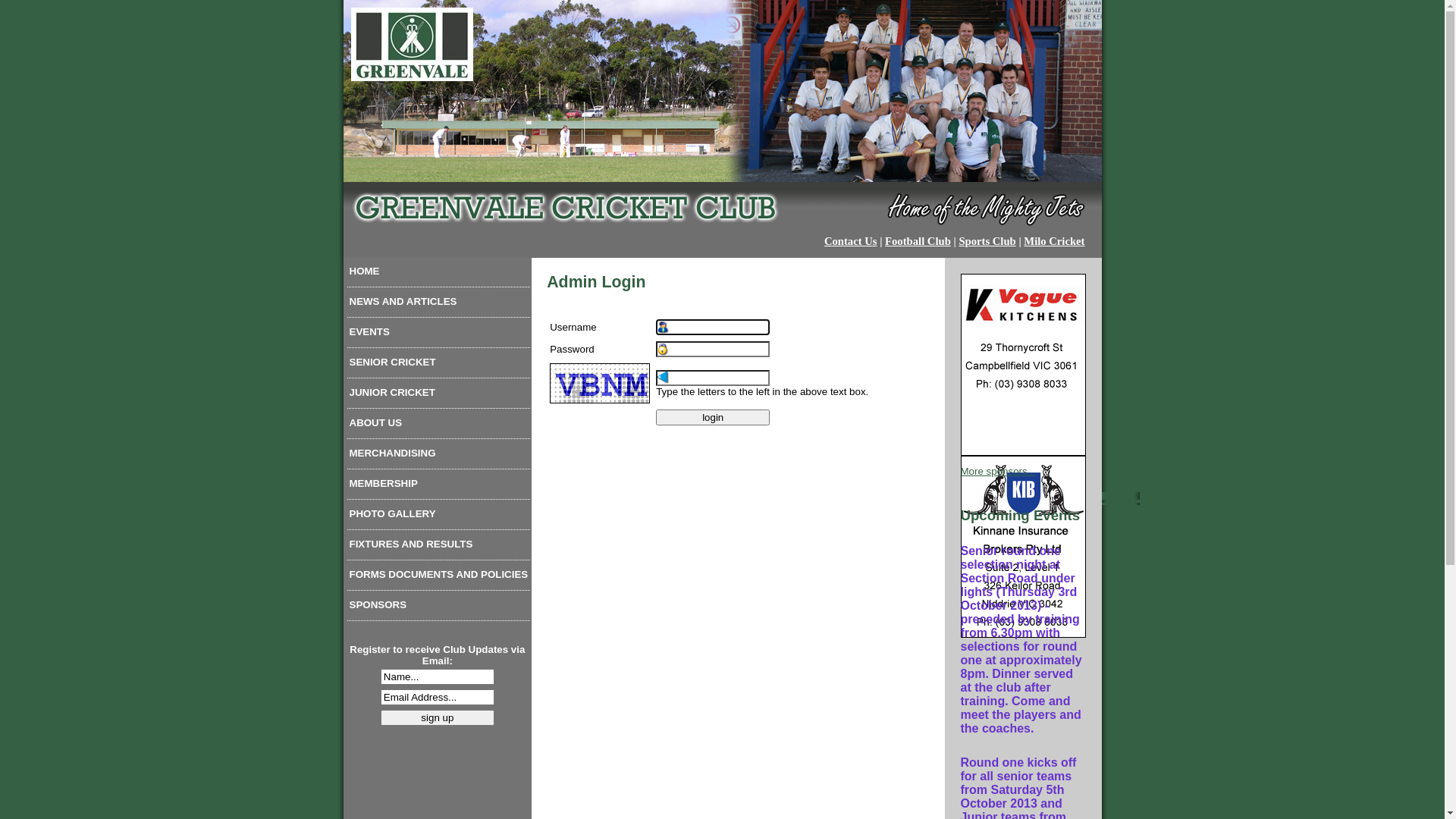 The image size is (1456, 819). Describe the element at coordinates (436, 717) in the screenshot. I see `'sign up'` at that location.